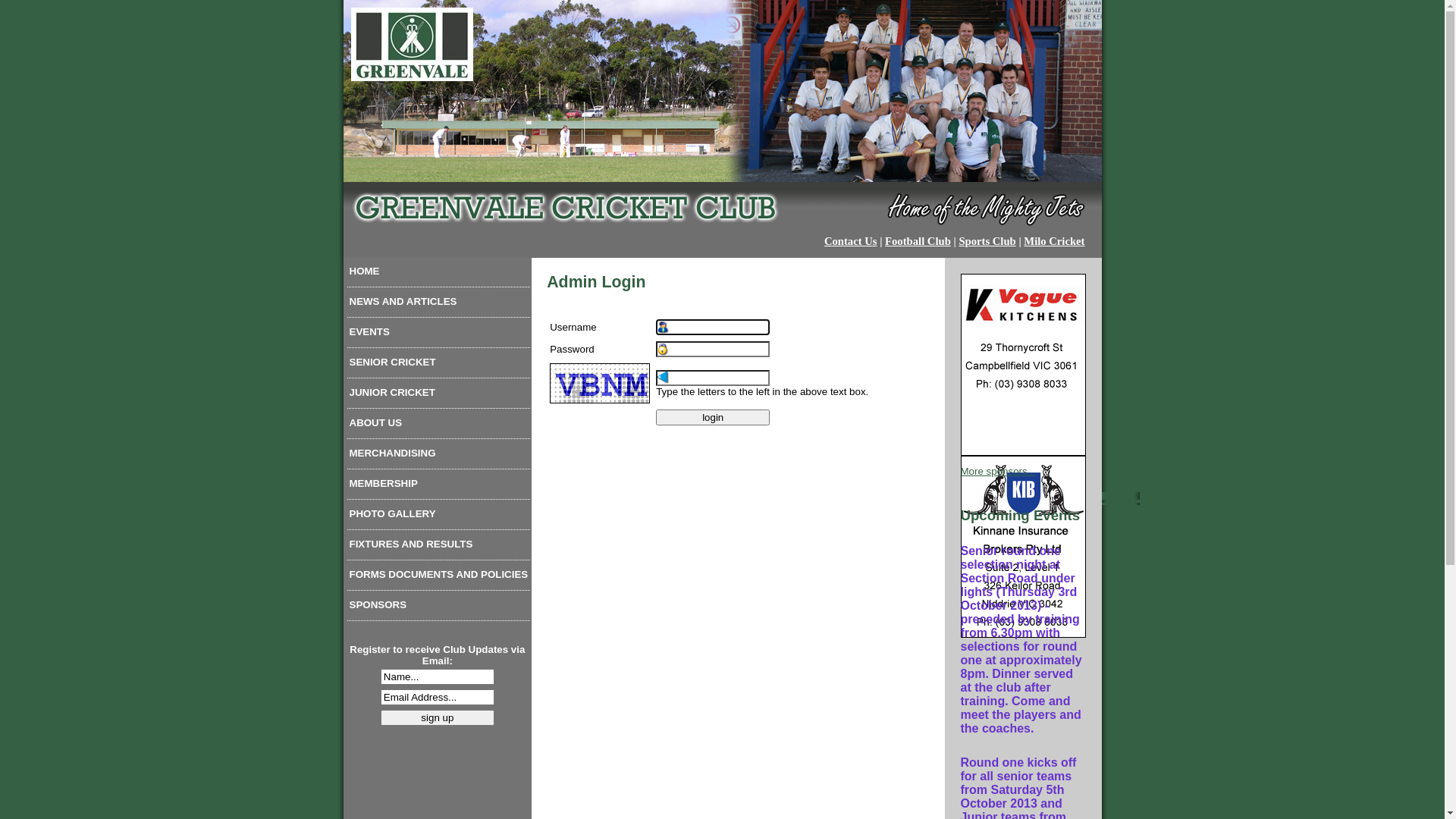 The image size is (1456, 819). Describe the element at coordinates (436, 717) in the screenshot. I see `'sign up'` at that location.